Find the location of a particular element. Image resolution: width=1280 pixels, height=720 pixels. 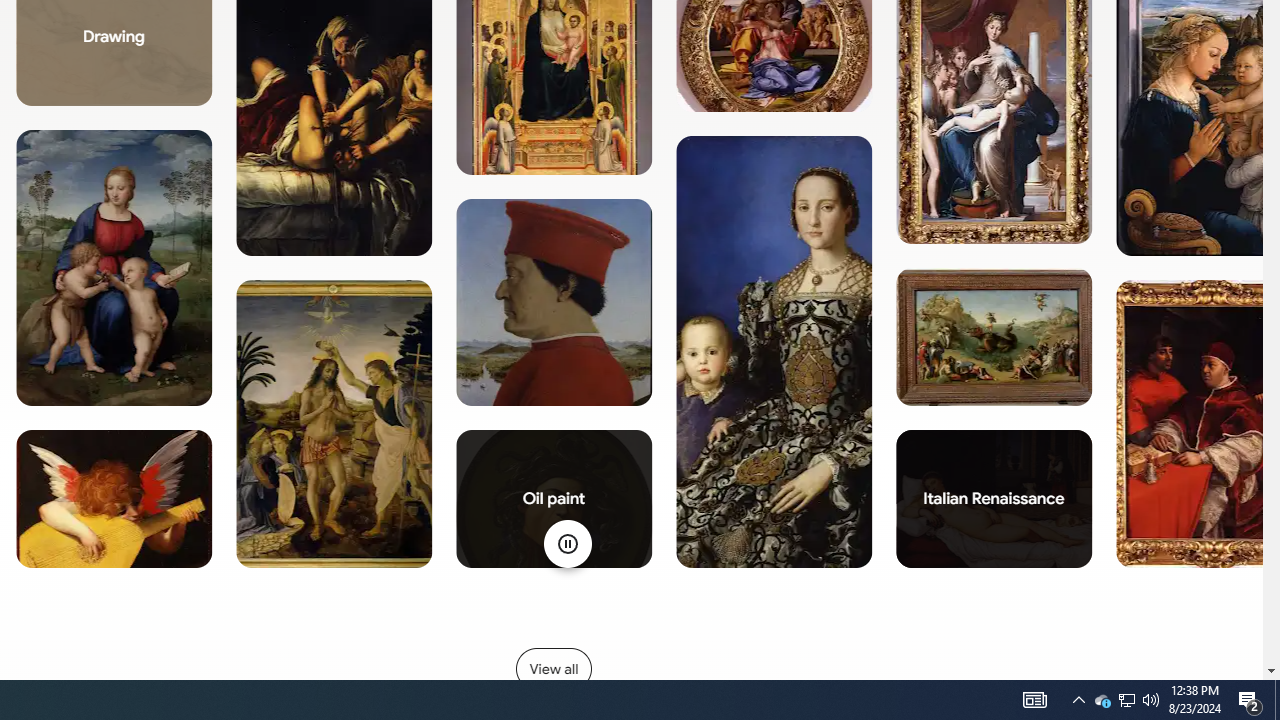

'View all' is located at coordinates (553, 668).